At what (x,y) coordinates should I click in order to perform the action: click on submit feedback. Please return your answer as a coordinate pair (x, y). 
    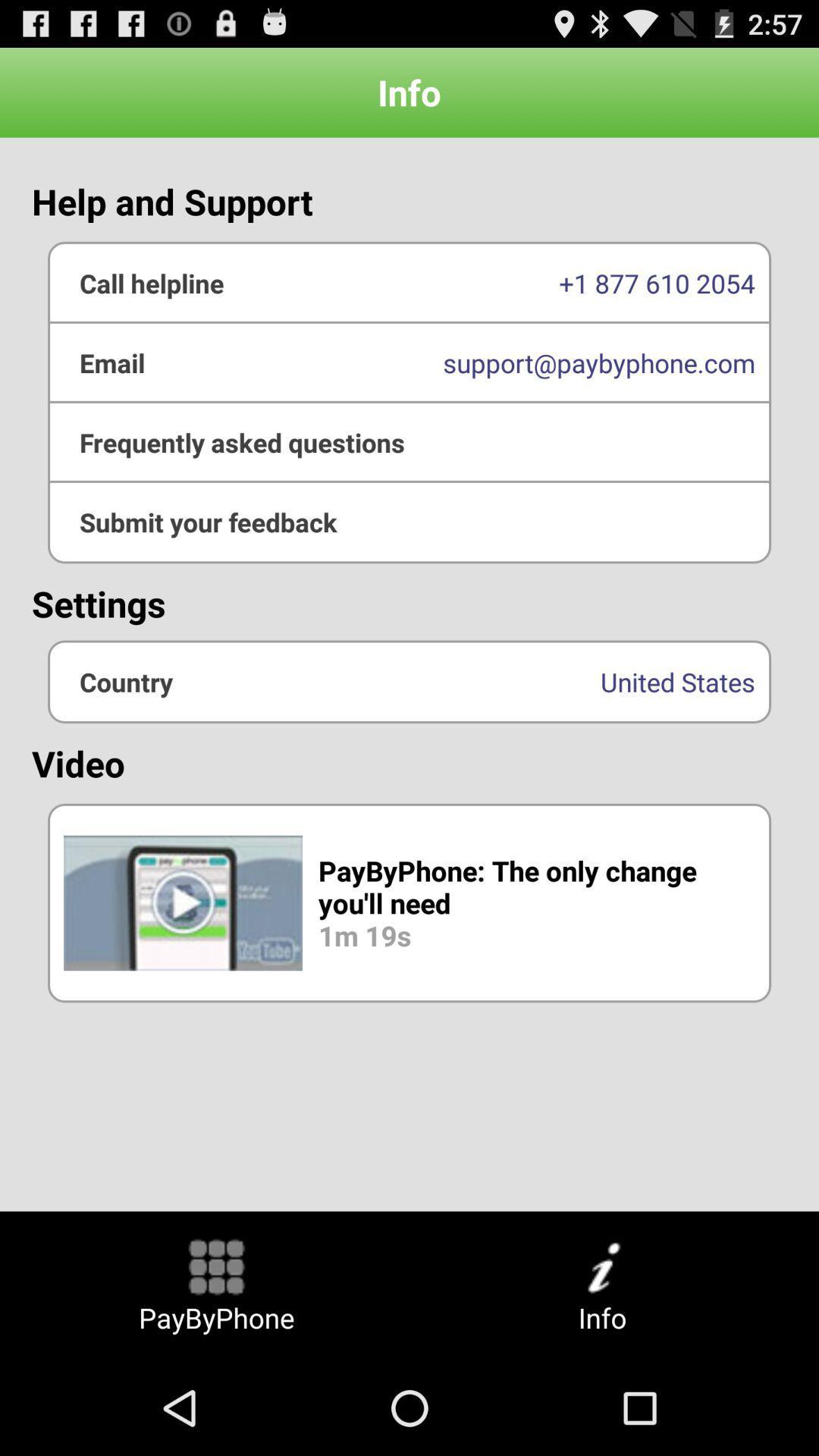
    Looking at the image, I should click on (409, 522).